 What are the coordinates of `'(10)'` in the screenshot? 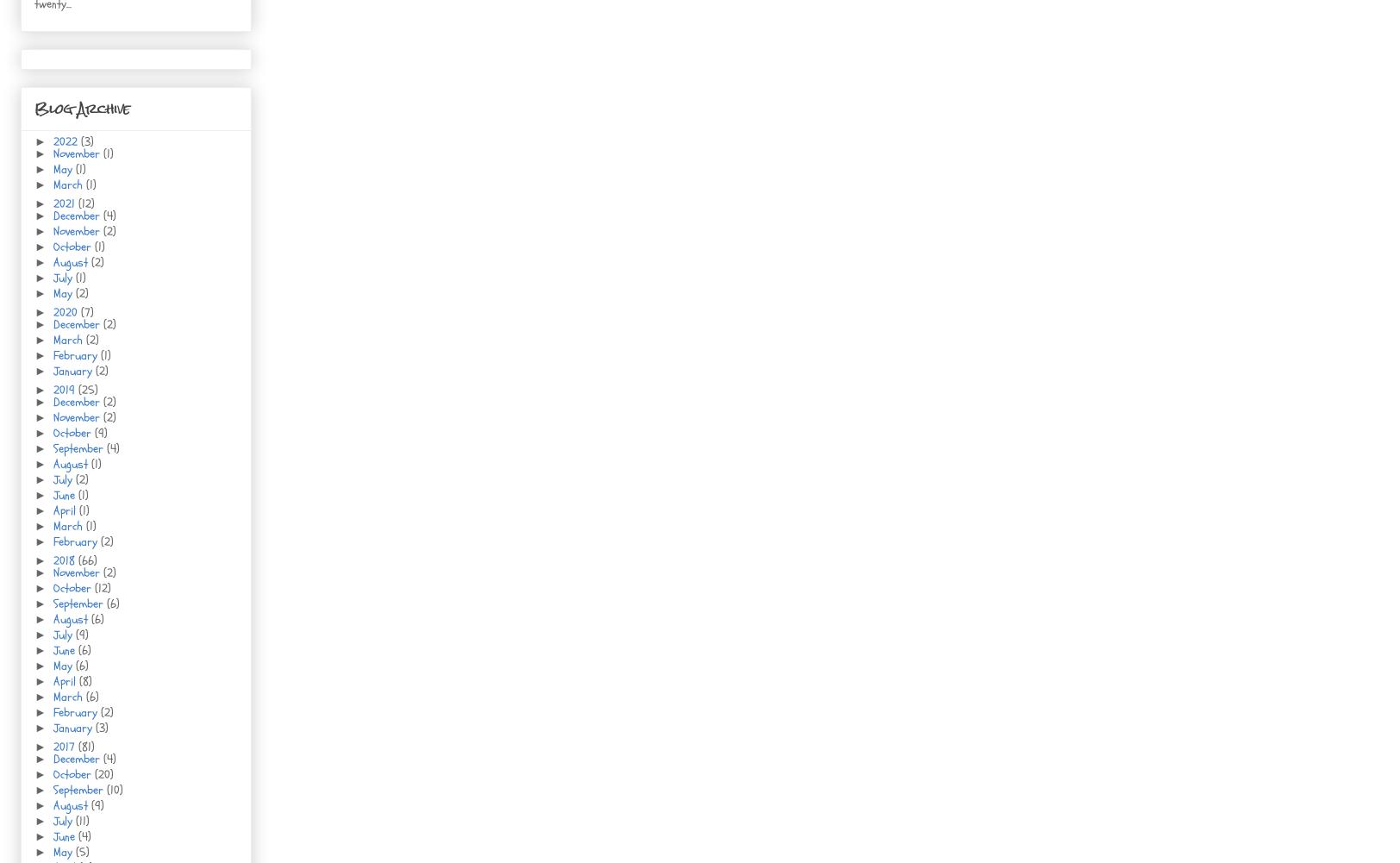 It's located at (114, 790).